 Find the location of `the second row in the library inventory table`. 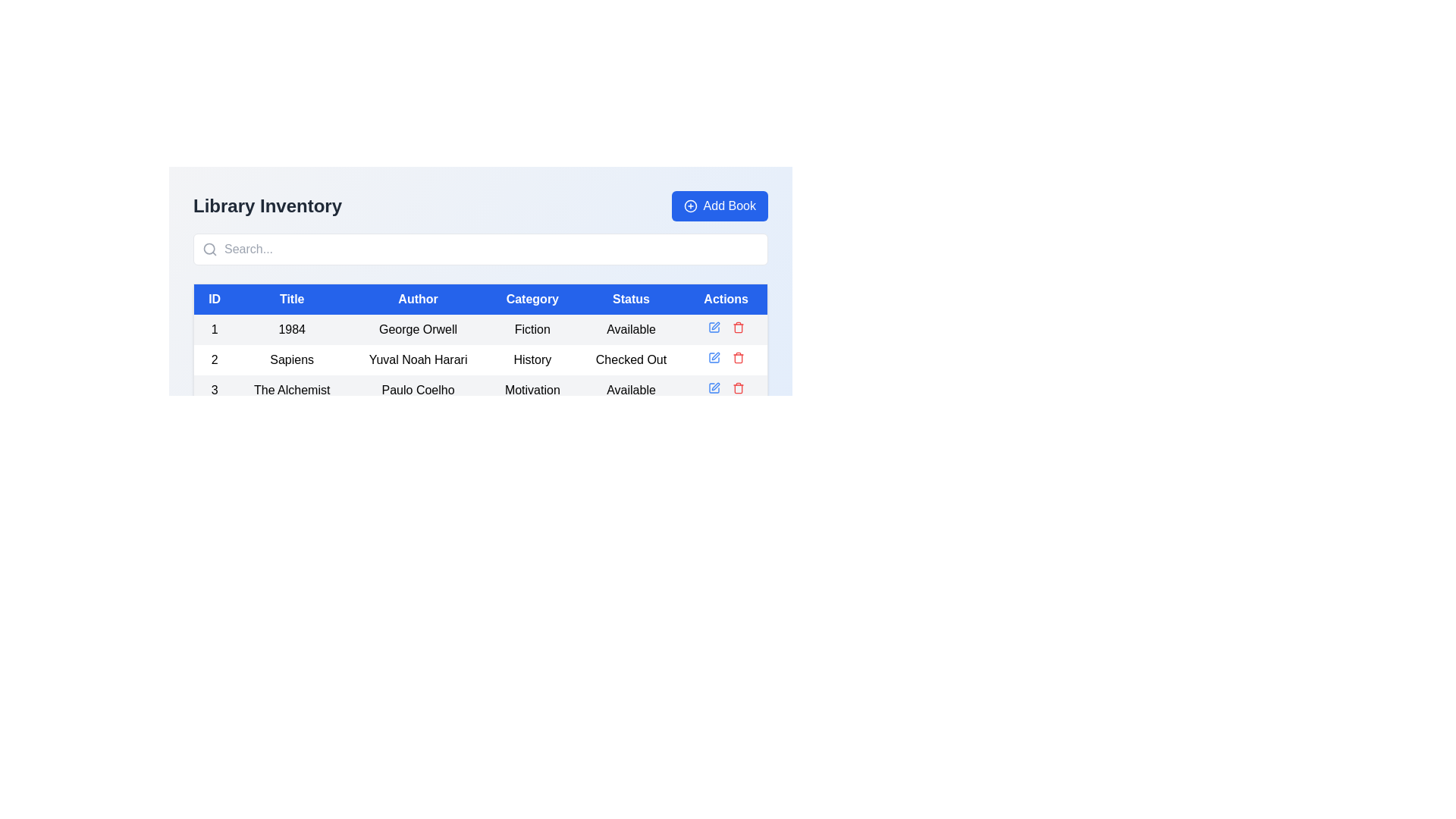

the second row in the library inventory table is located at coordinates (479, 359).